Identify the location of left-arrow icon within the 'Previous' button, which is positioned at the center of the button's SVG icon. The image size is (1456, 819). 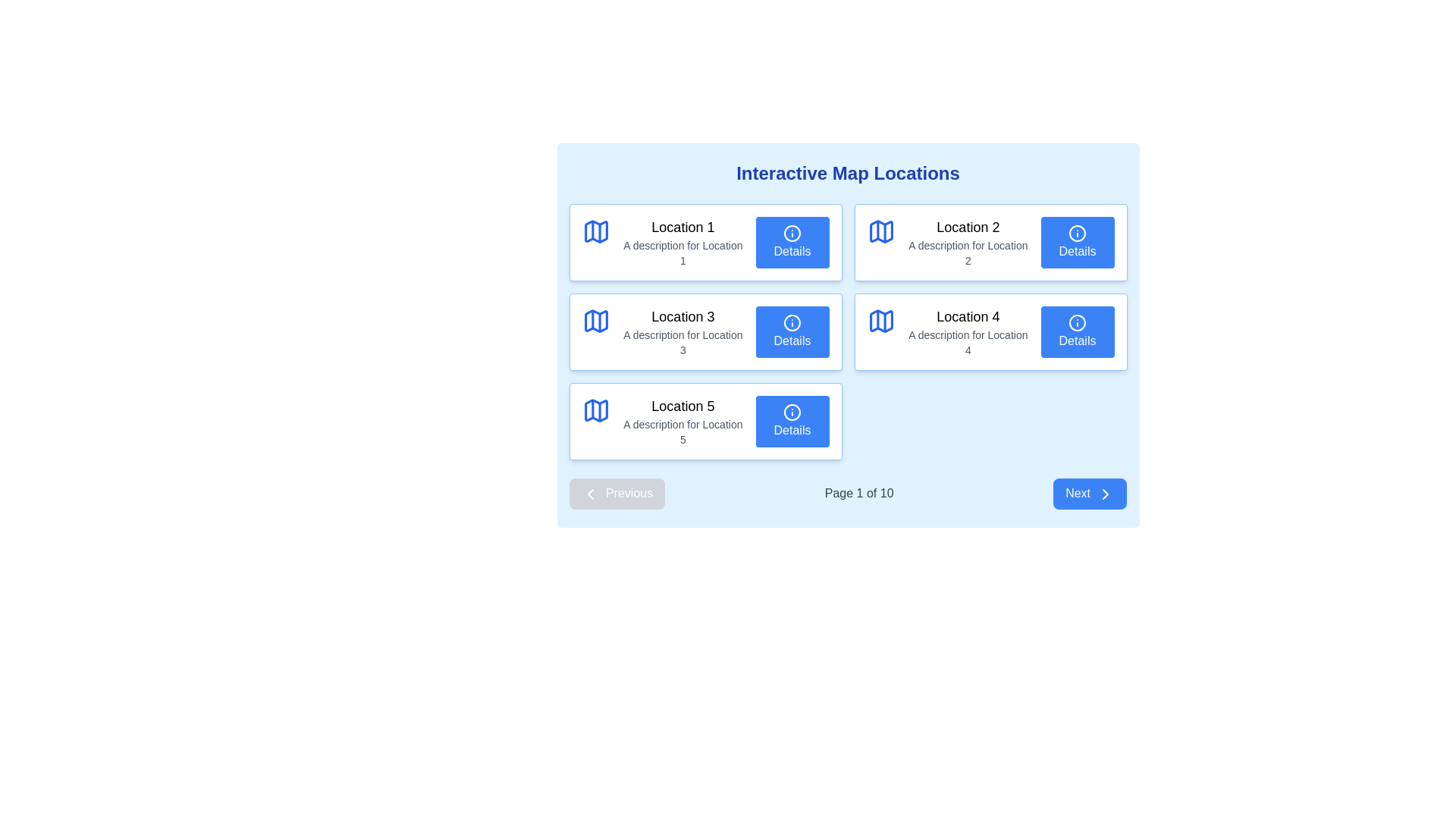
(589, 494).